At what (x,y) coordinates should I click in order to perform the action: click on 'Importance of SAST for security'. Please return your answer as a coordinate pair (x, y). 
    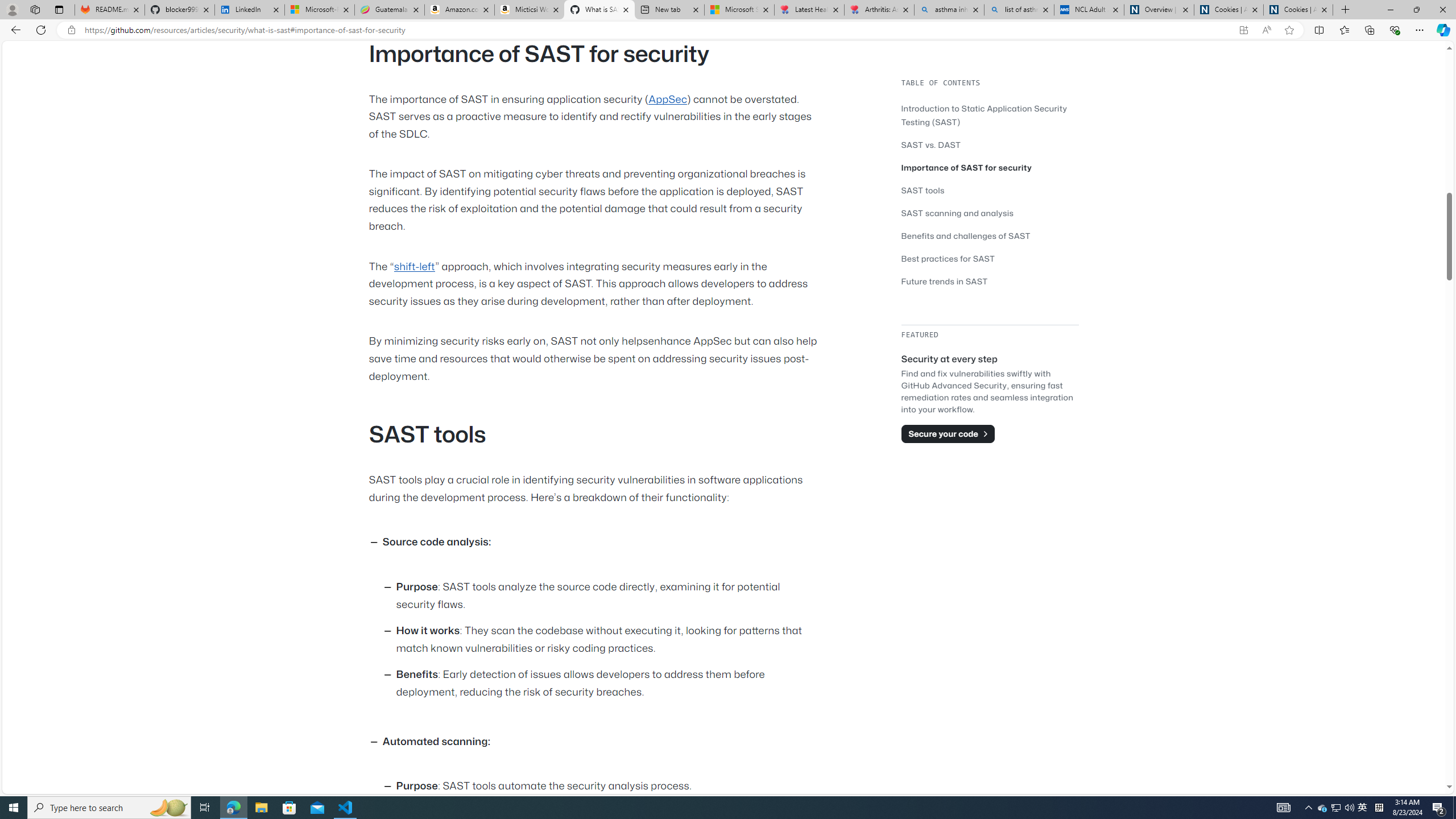
    Looking at the image, I should click on (966, 167).